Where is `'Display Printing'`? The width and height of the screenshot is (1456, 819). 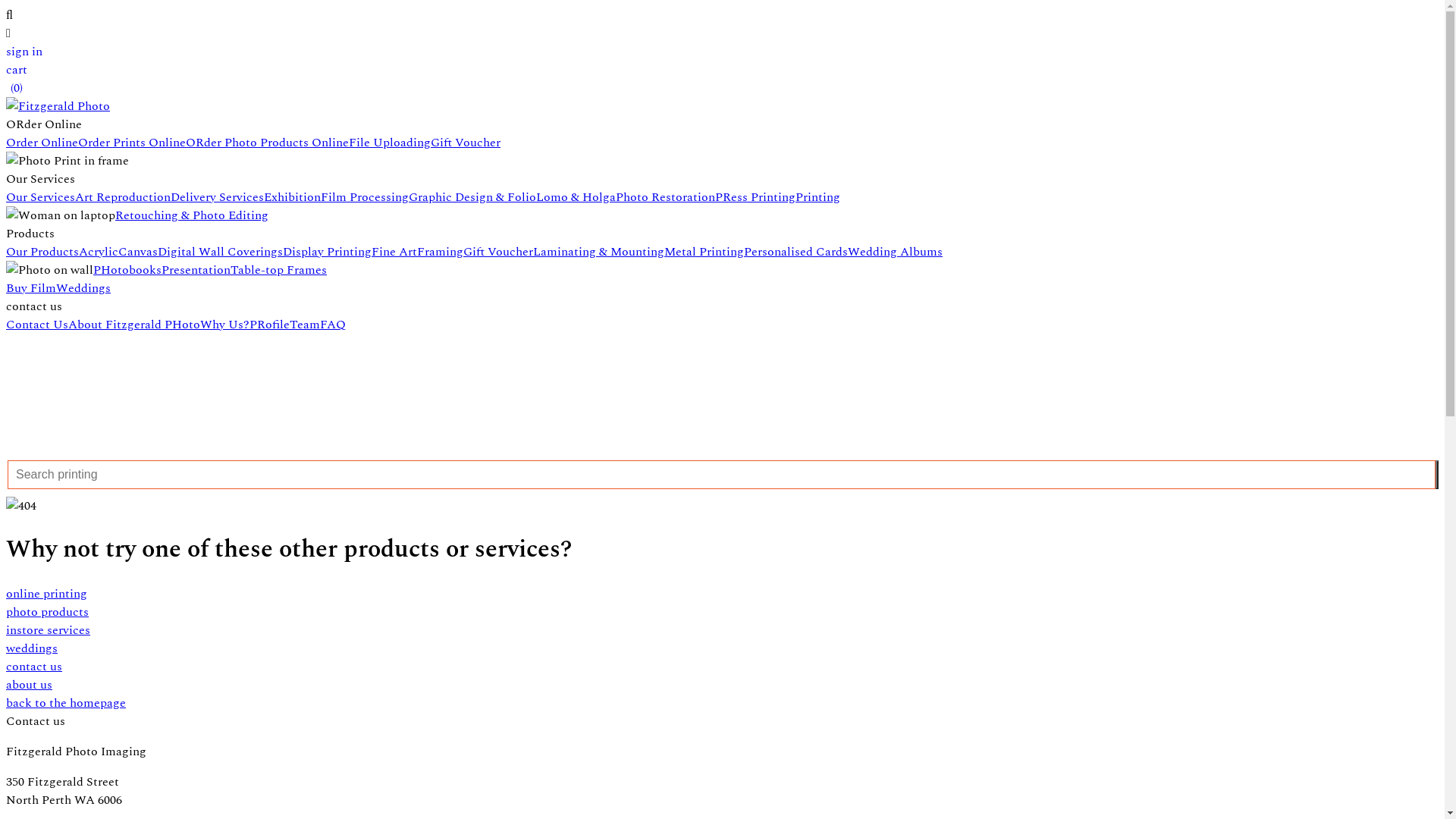 'Display Printing' is located at coordinates (283, 250).